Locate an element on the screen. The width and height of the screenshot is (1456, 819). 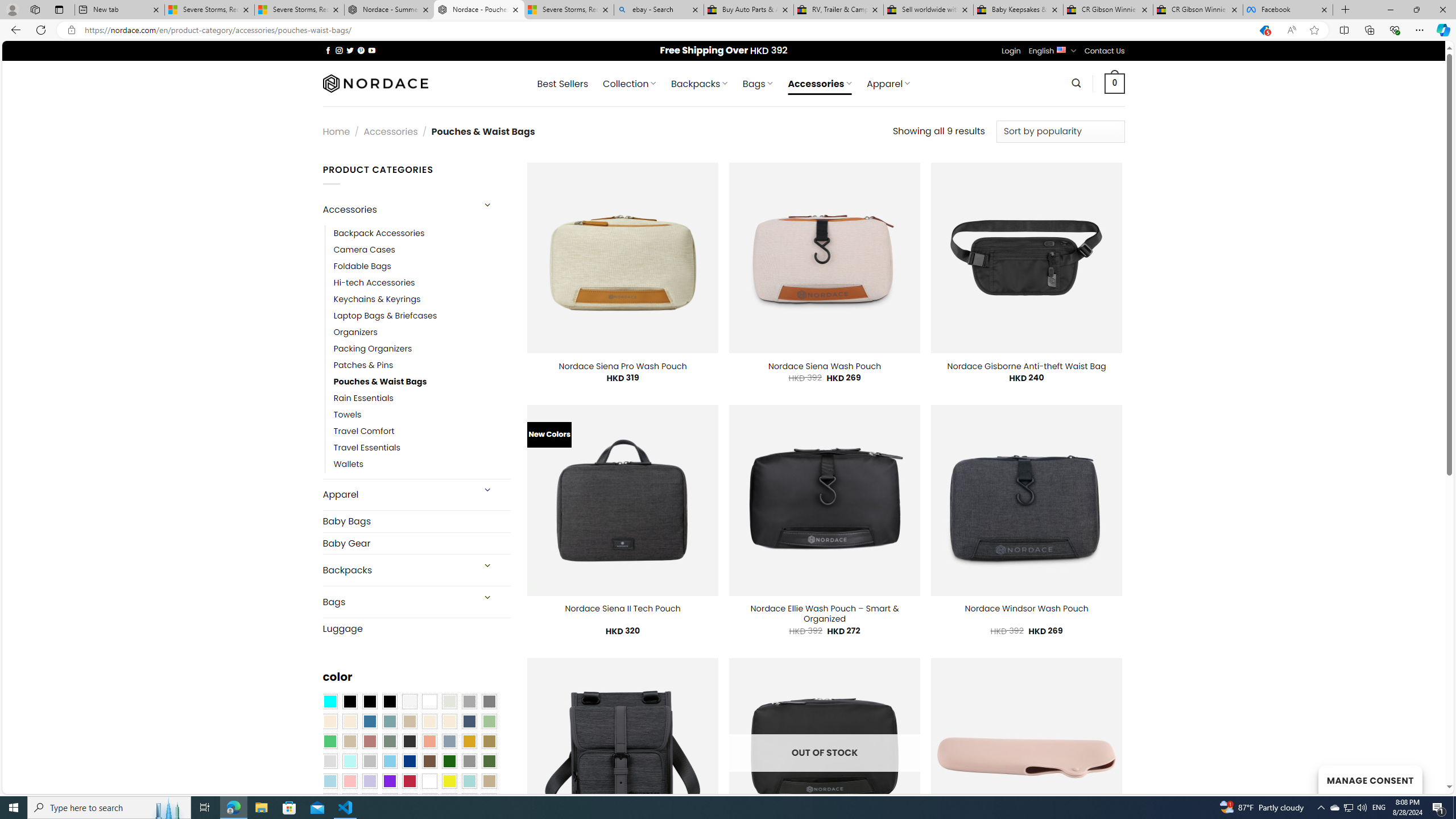
'Caramel' is located at coordinates (429, 721).